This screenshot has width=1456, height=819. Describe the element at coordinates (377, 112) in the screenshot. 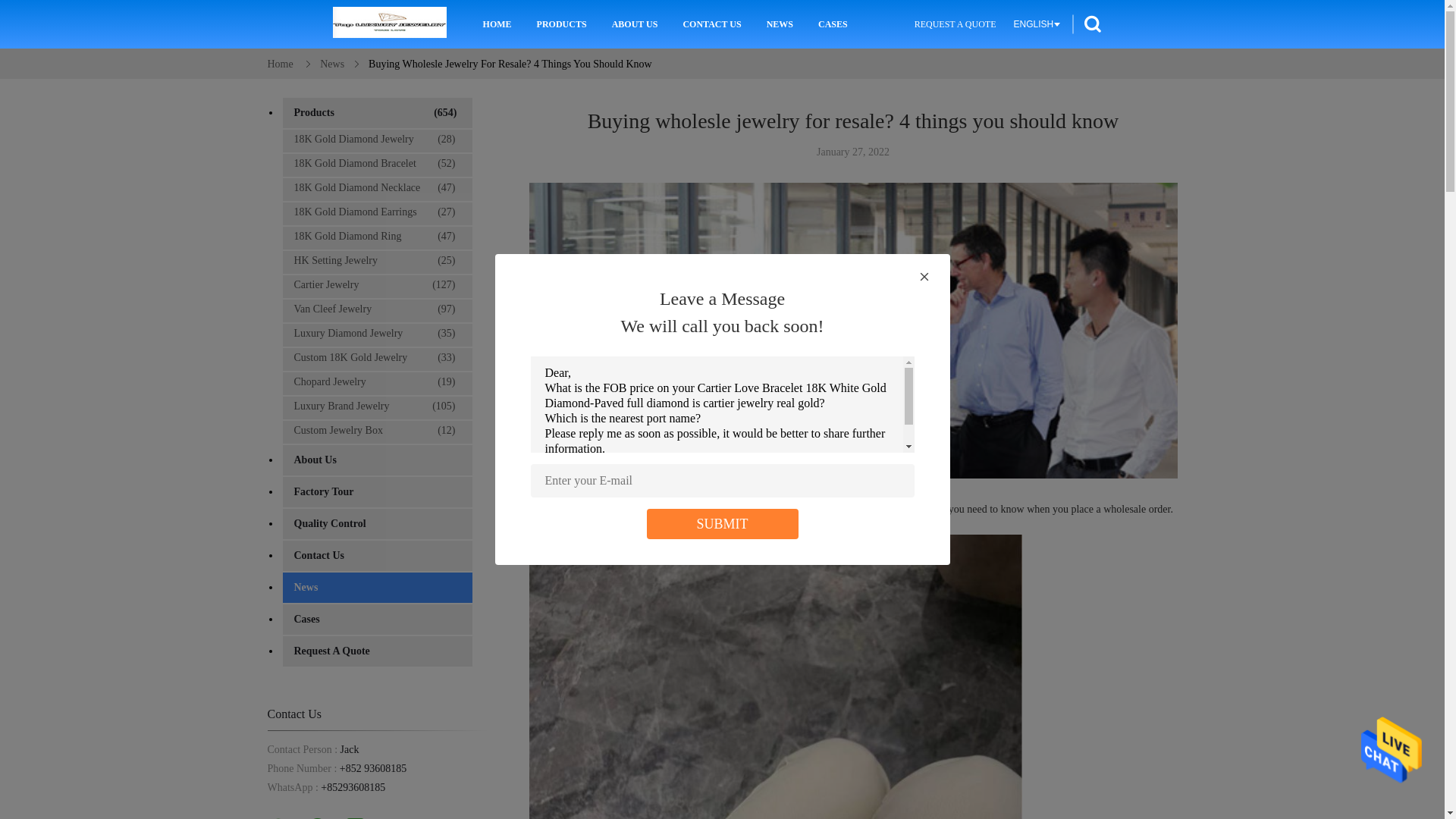

I see `'Products` at that location.